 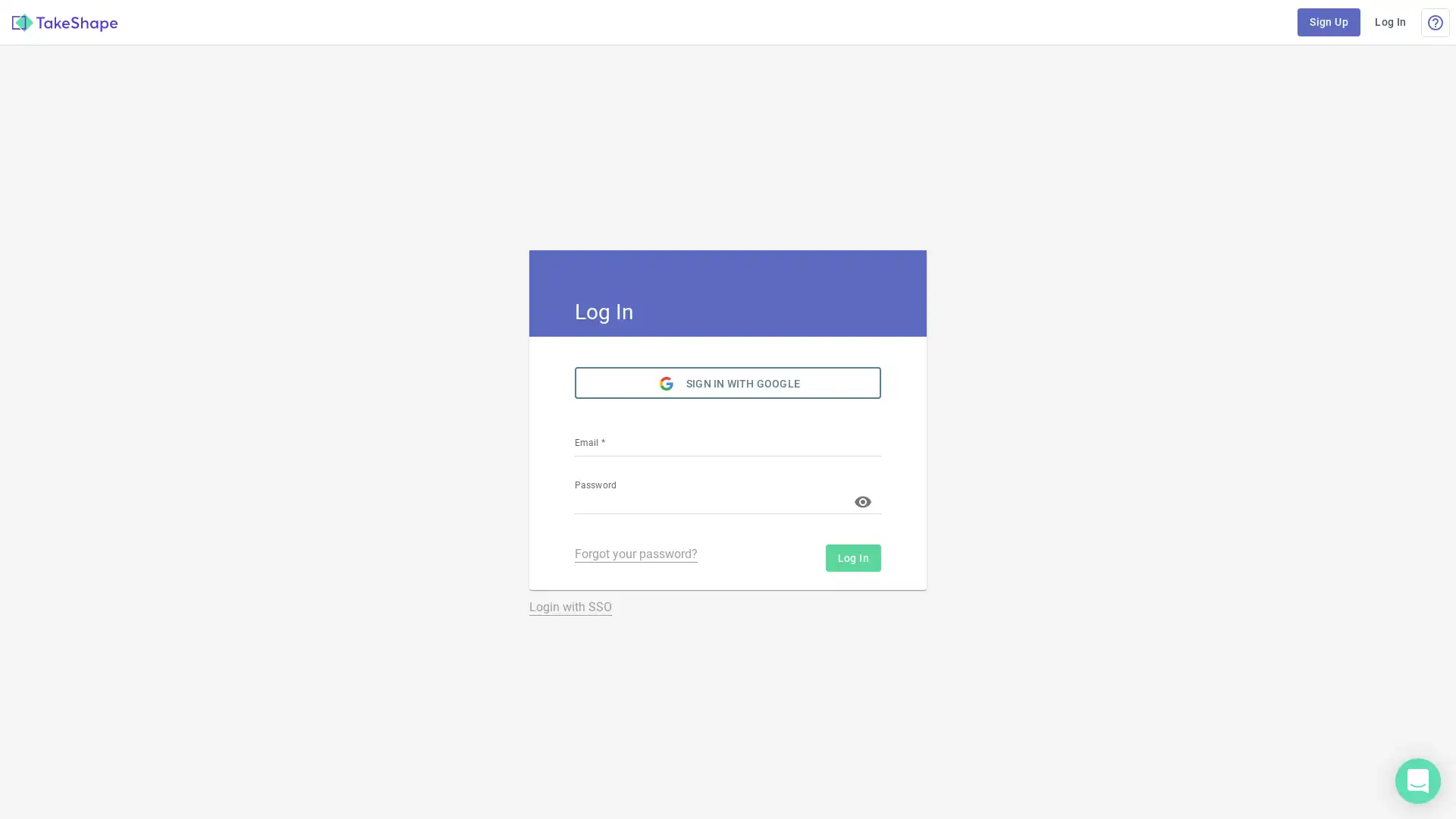 What do you see at coordinates (1328, 22) in the screenshot?
I see `Sign Up` at bounding box center [1328, 22].